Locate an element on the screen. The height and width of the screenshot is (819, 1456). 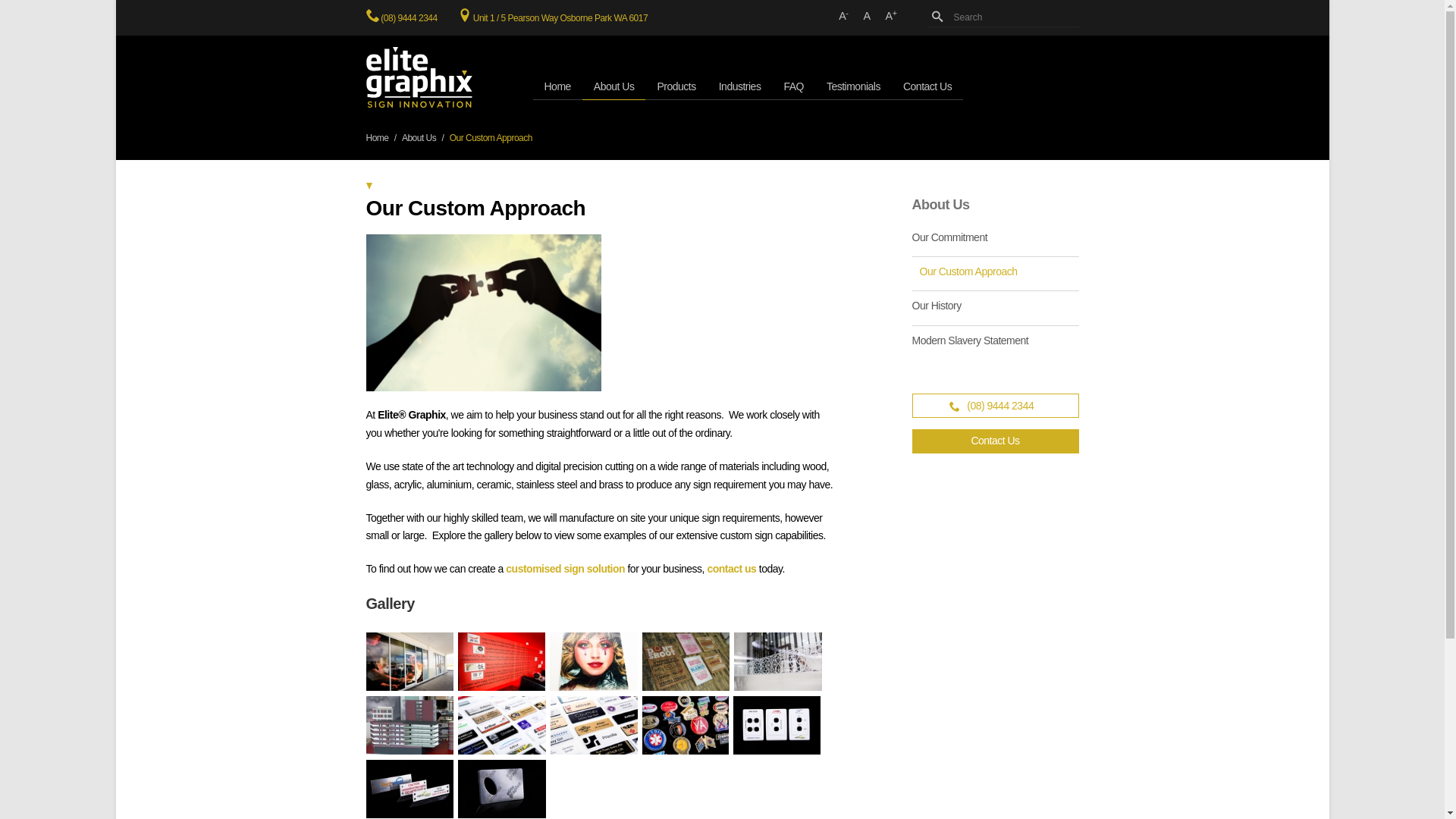
'Contact Us' is located at coordinates (927, 86).